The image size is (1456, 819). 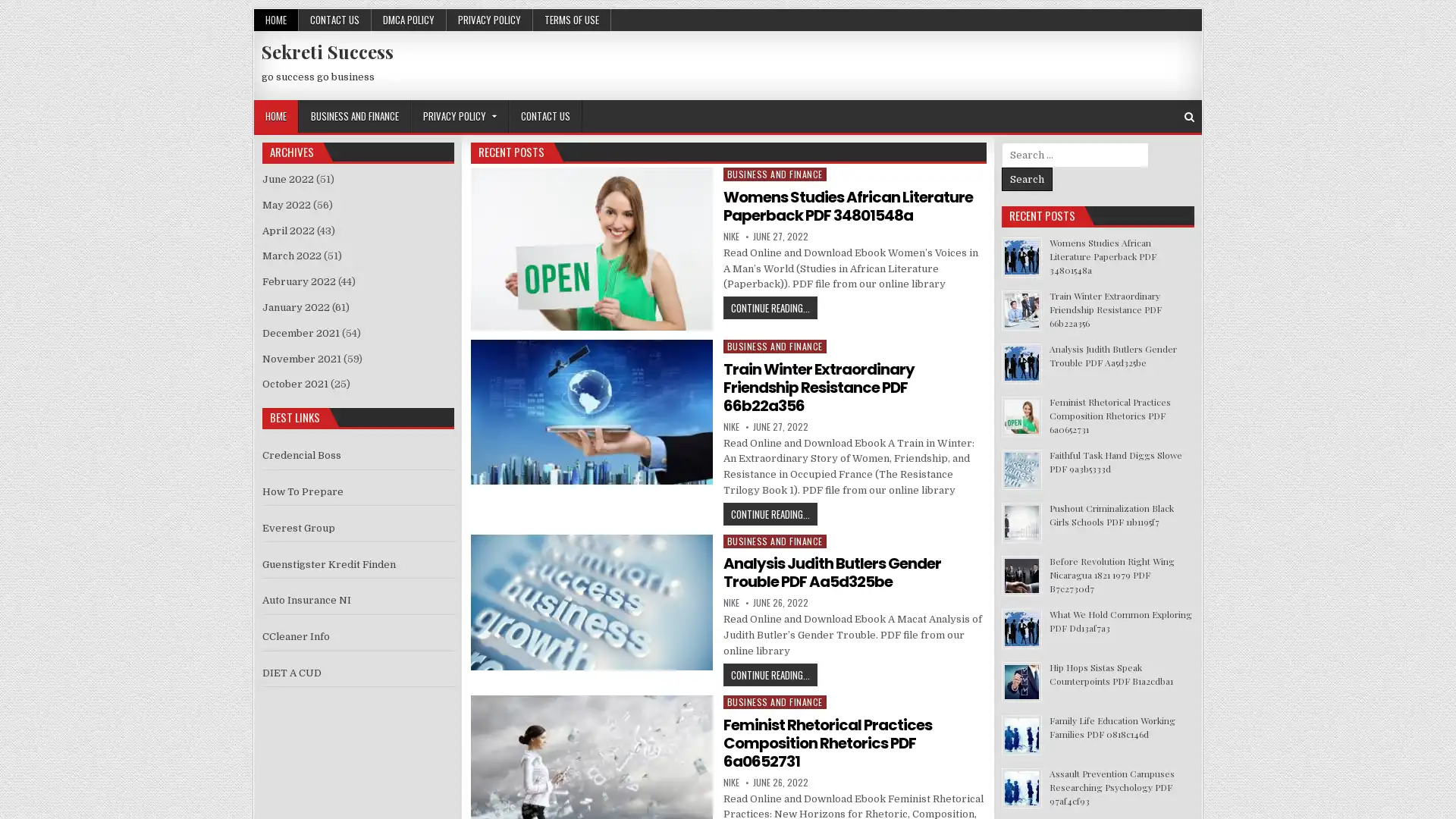 I want to click on Search, so click(x=1027, y=178).